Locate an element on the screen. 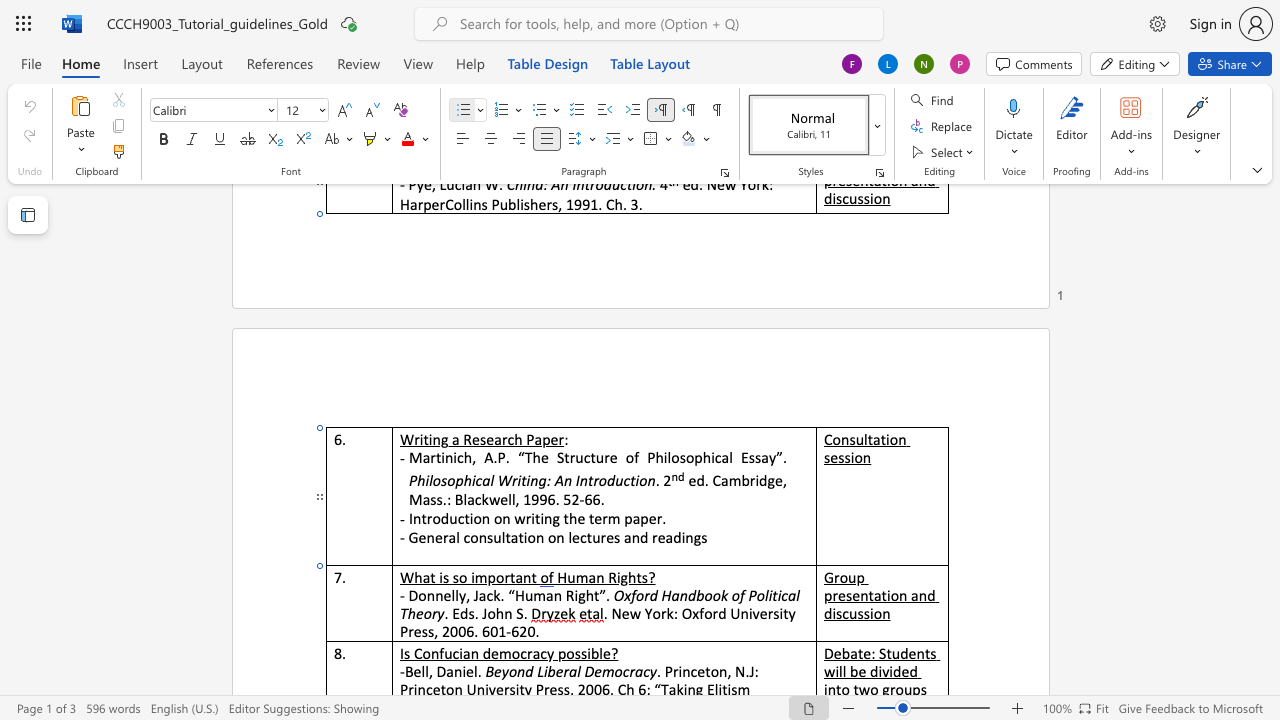 This screenshot has height=720, width=1280. the space between the continuous character "h" and "e" in the text is located at coordinates (576, 517).